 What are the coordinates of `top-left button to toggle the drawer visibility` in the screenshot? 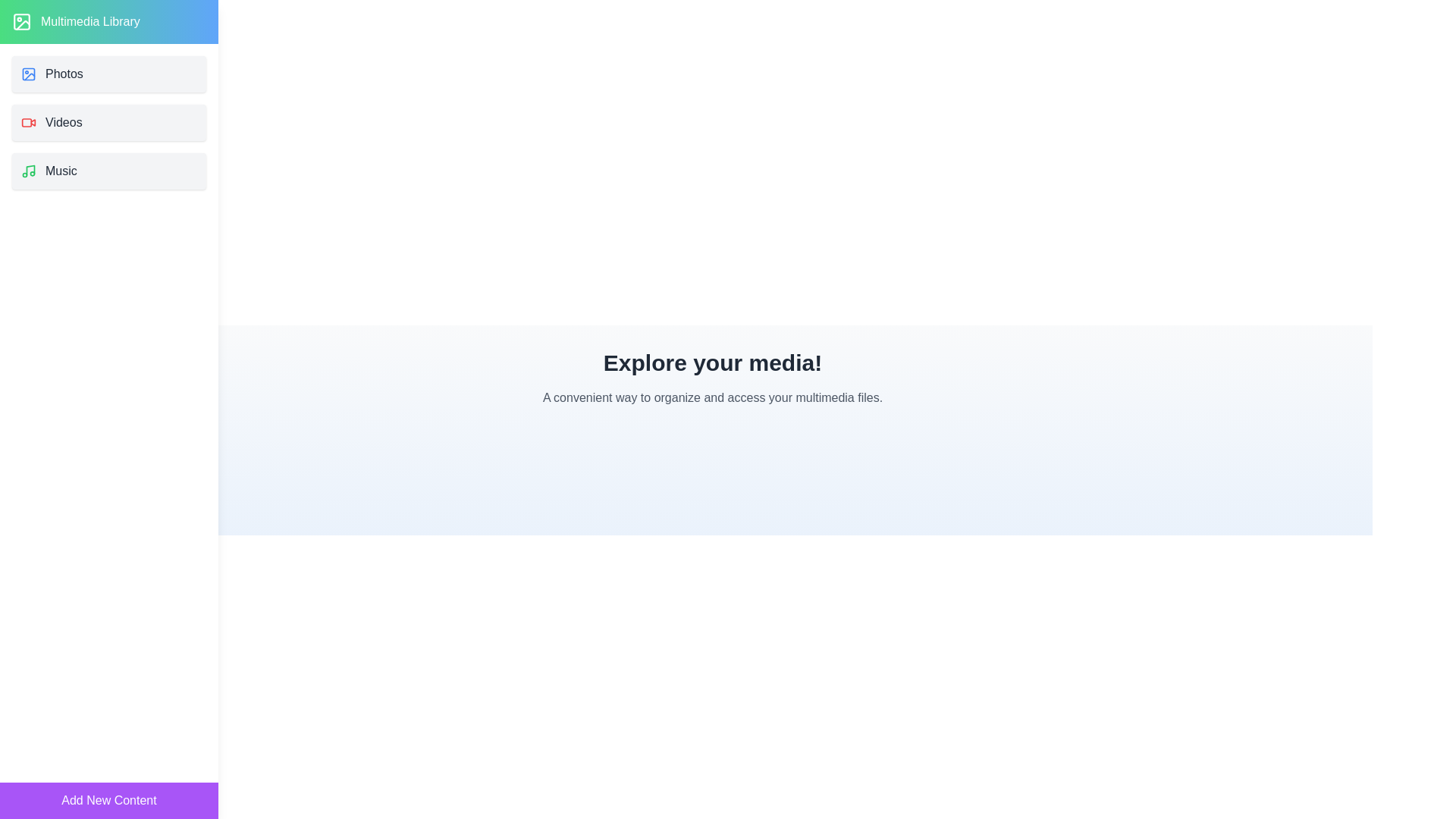 It's located at (33, 33).